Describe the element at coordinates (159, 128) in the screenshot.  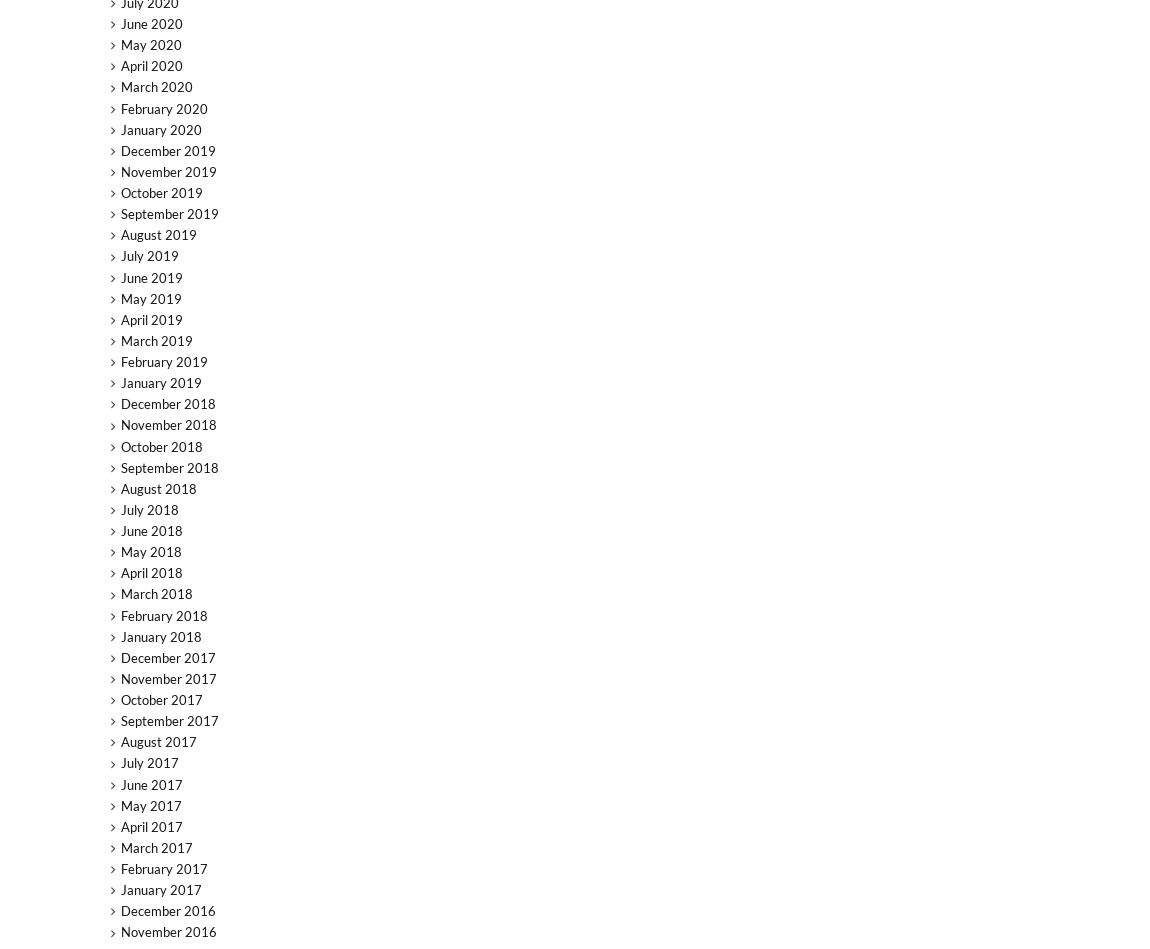
I see `'January 2020'` at that location.